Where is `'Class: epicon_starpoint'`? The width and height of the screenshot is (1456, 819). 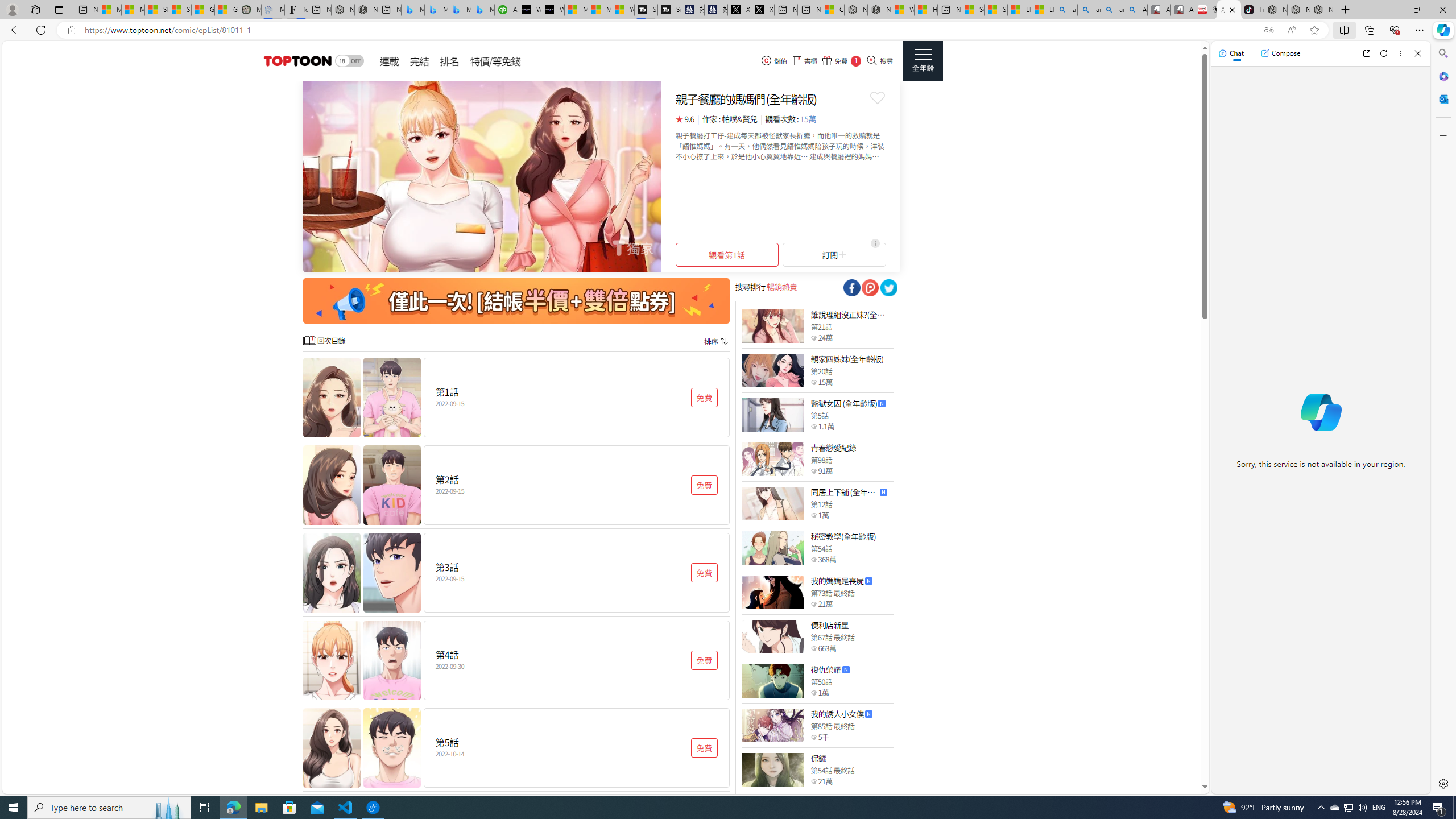 'Class: epicon_starpoint' is located at coordinates (813, 781).